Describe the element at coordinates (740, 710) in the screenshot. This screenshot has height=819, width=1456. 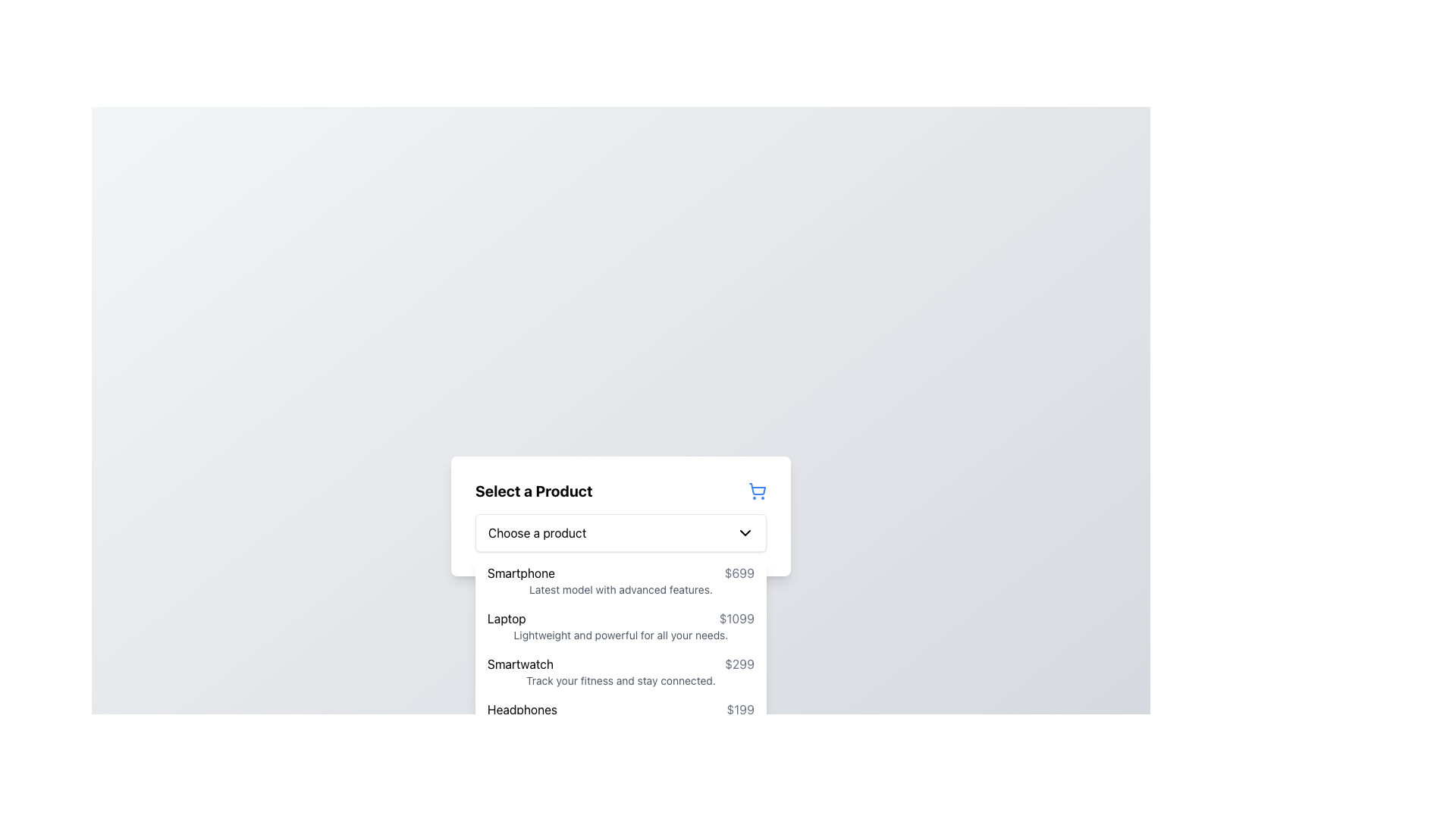
I see `the price text displayed for the 'Headphones' option, which is located in the fourth row of the options list and aligned on the right side` at that location.